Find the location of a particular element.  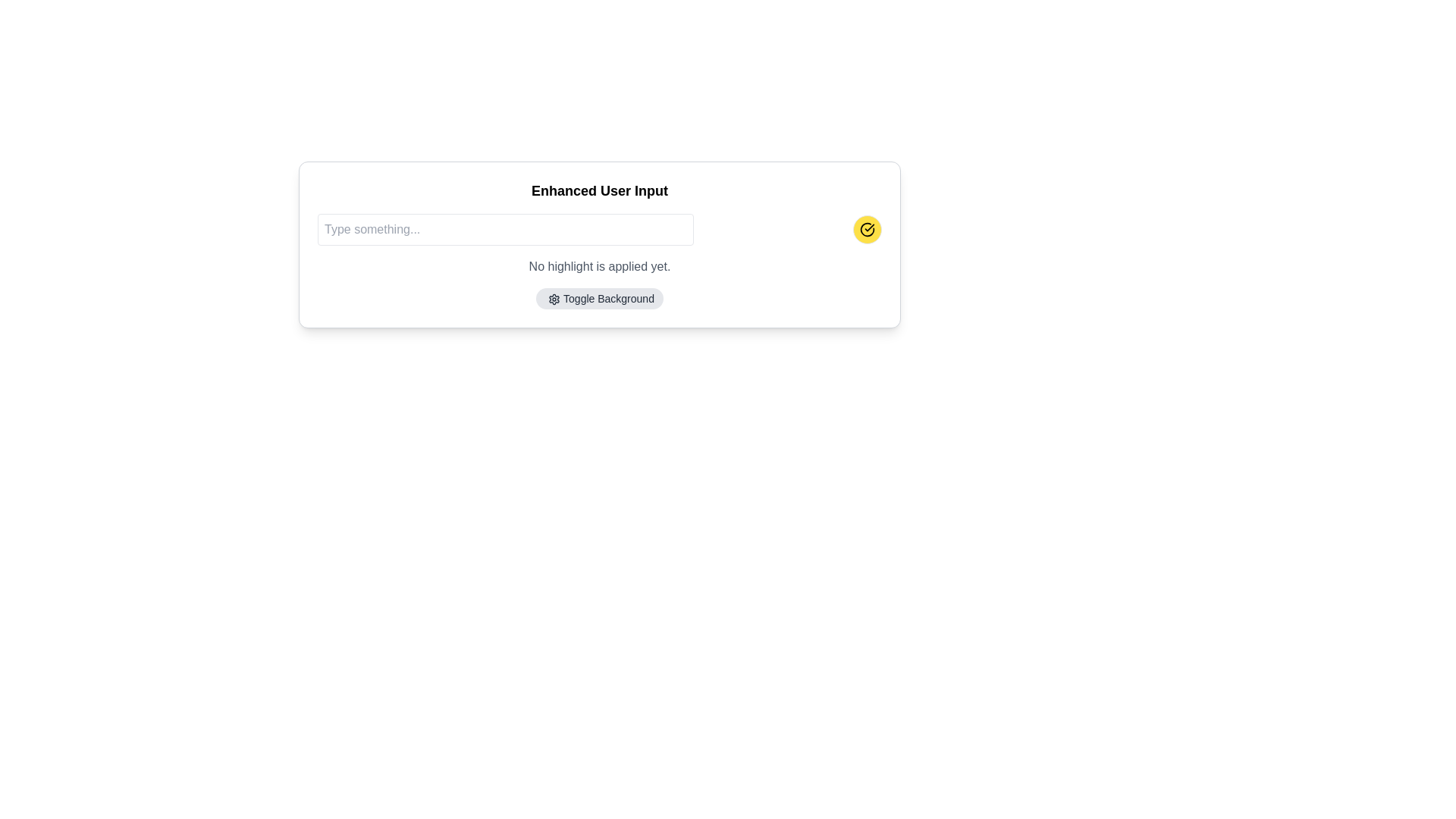

the text label that reads 'No highlight is applied yet.', which is styled in light gray color and located underneath the 'Type something...' input box is located at coordinates (599, 265).